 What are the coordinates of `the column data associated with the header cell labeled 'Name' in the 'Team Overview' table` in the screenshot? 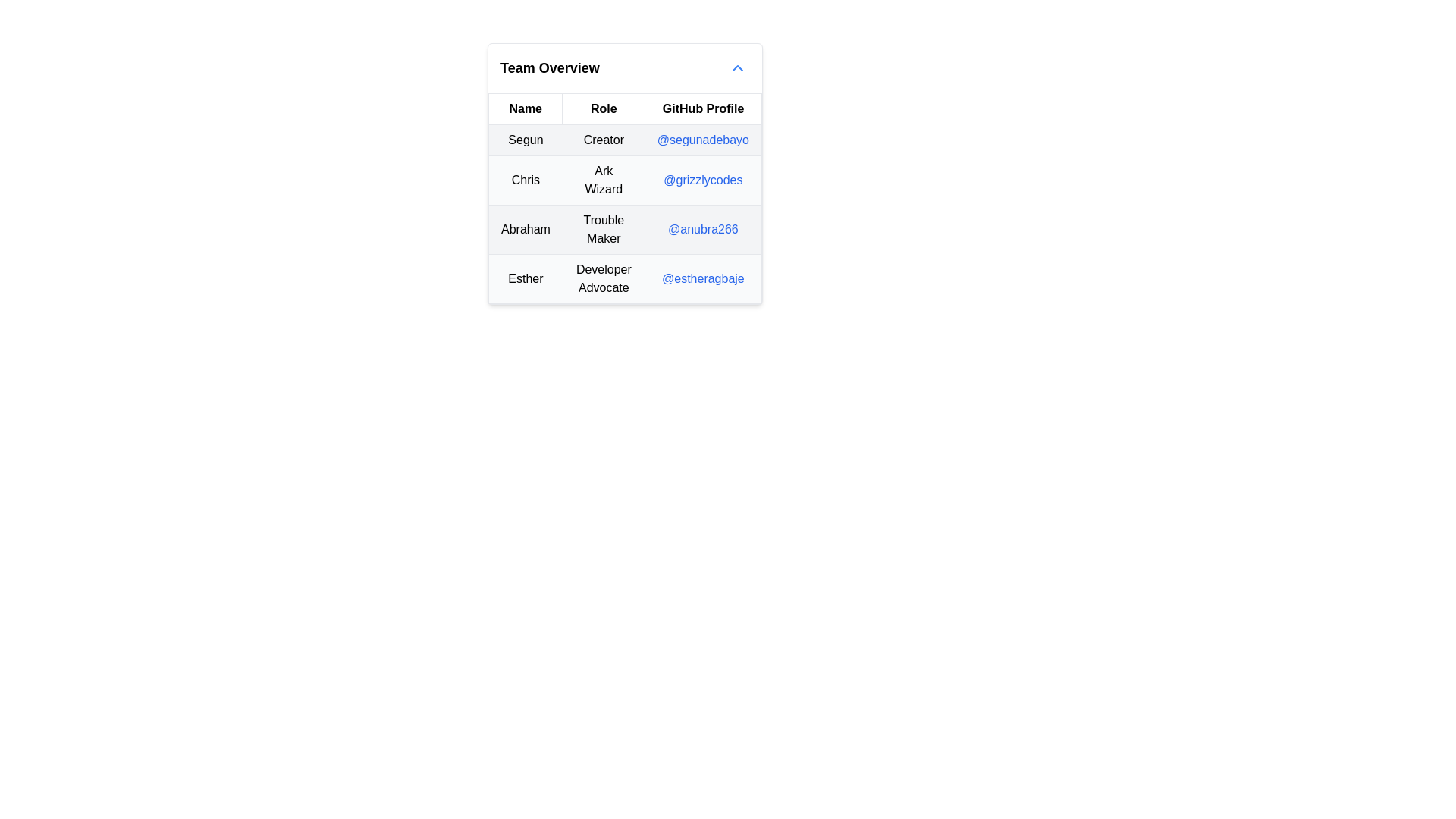 It's located at (526, 108).